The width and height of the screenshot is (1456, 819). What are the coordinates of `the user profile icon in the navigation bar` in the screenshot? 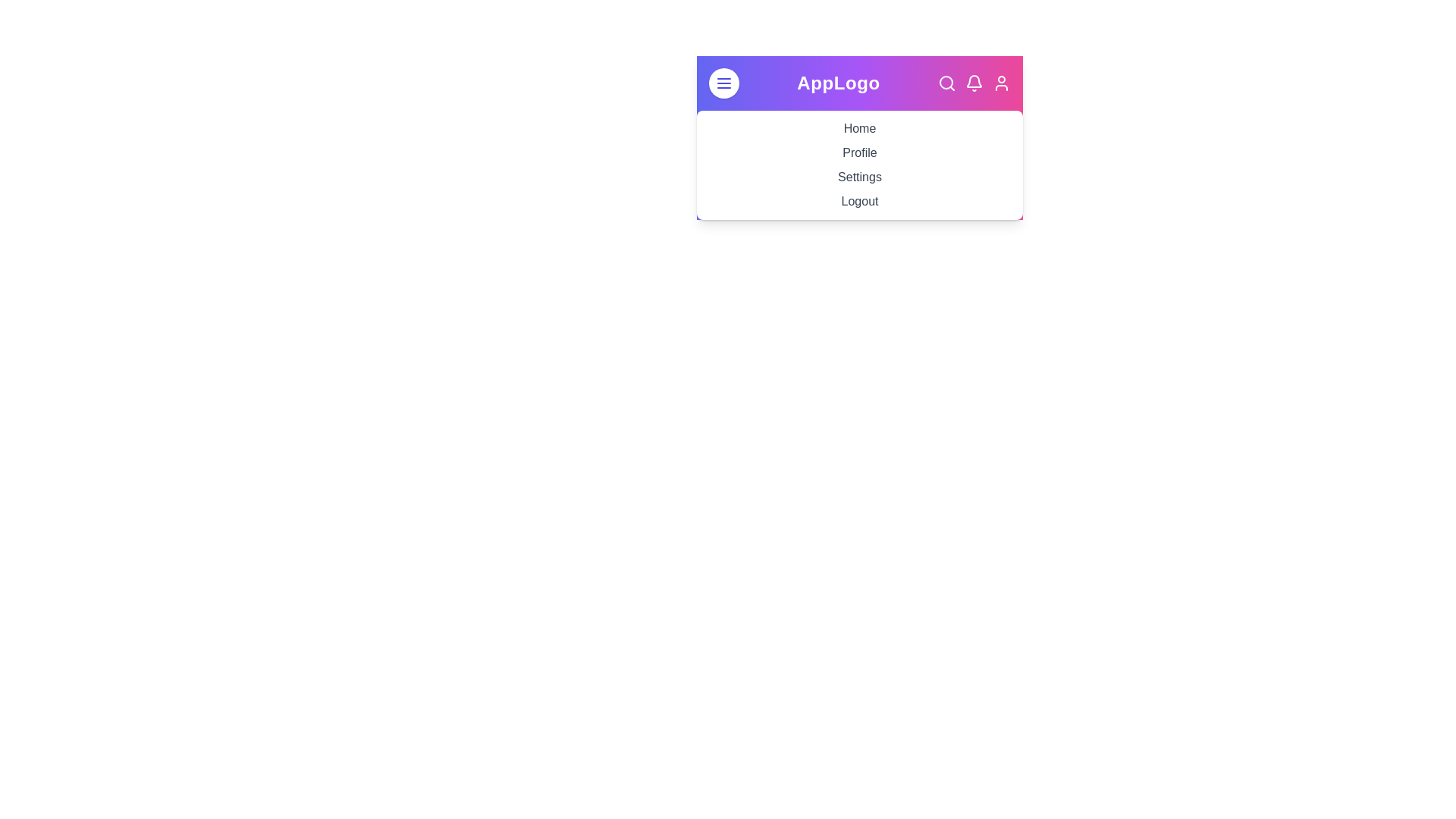 It's located at (1001, 83).